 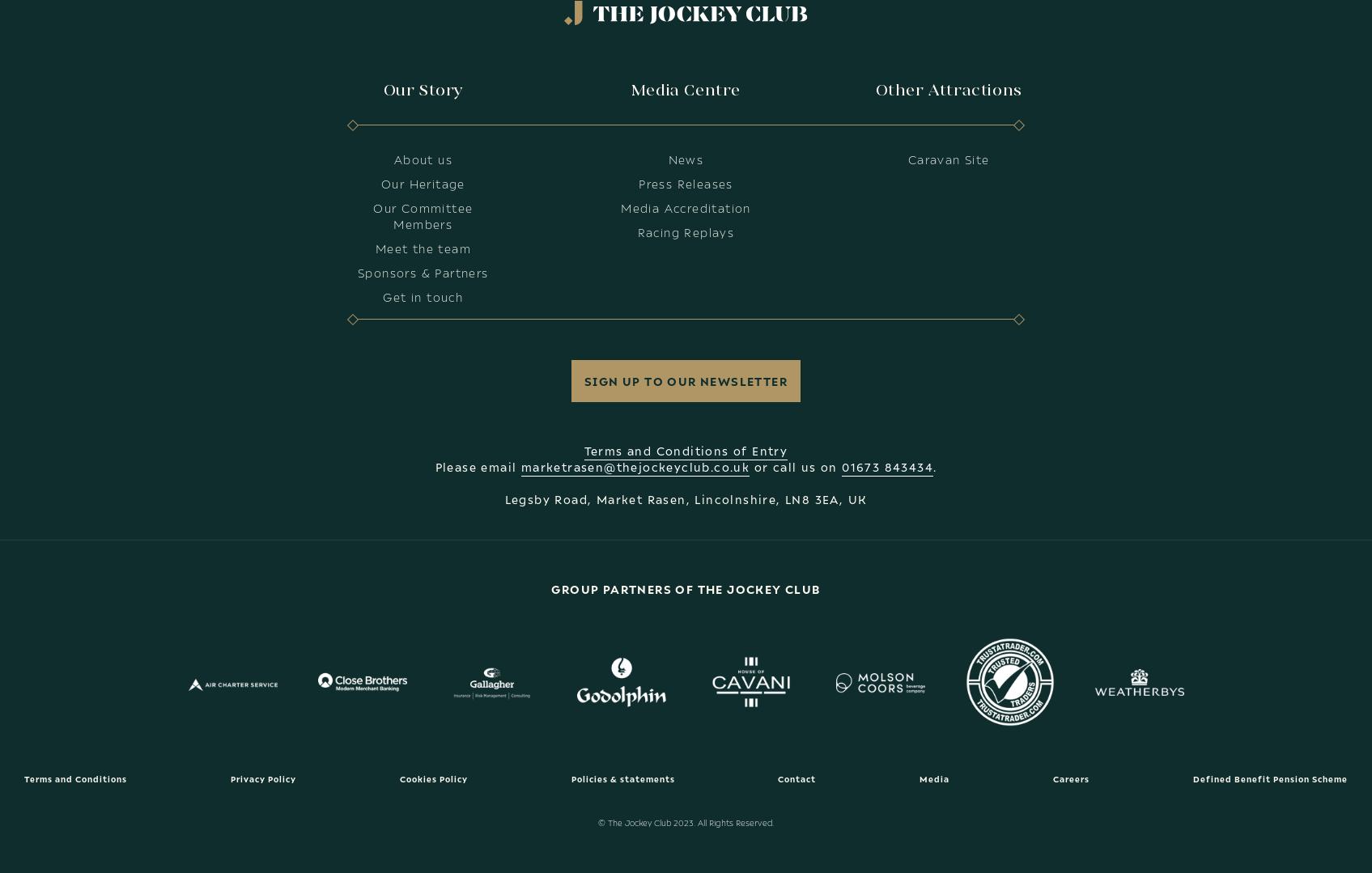 What do you see at coordinates (380, 182) in the screenshot?
I see `'Our Heritage'` at bounding box center [380, 182].